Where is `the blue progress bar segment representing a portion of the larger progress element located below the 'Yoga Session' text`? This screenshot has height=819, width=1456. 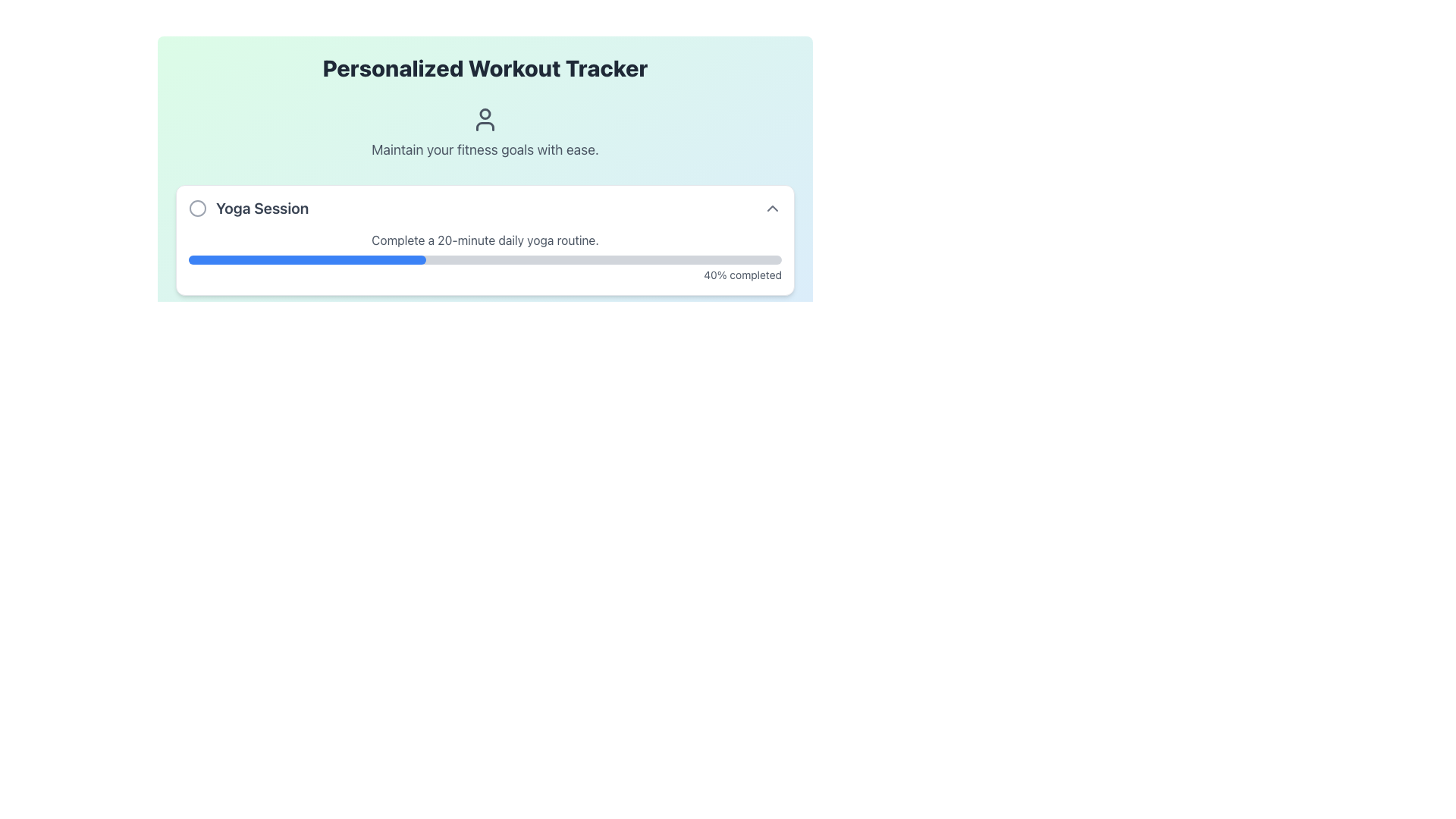 the blue progress bar segment representing a portion of the larger progress element located below the 'Yoga Session' text is located at coordinates (306, 259).